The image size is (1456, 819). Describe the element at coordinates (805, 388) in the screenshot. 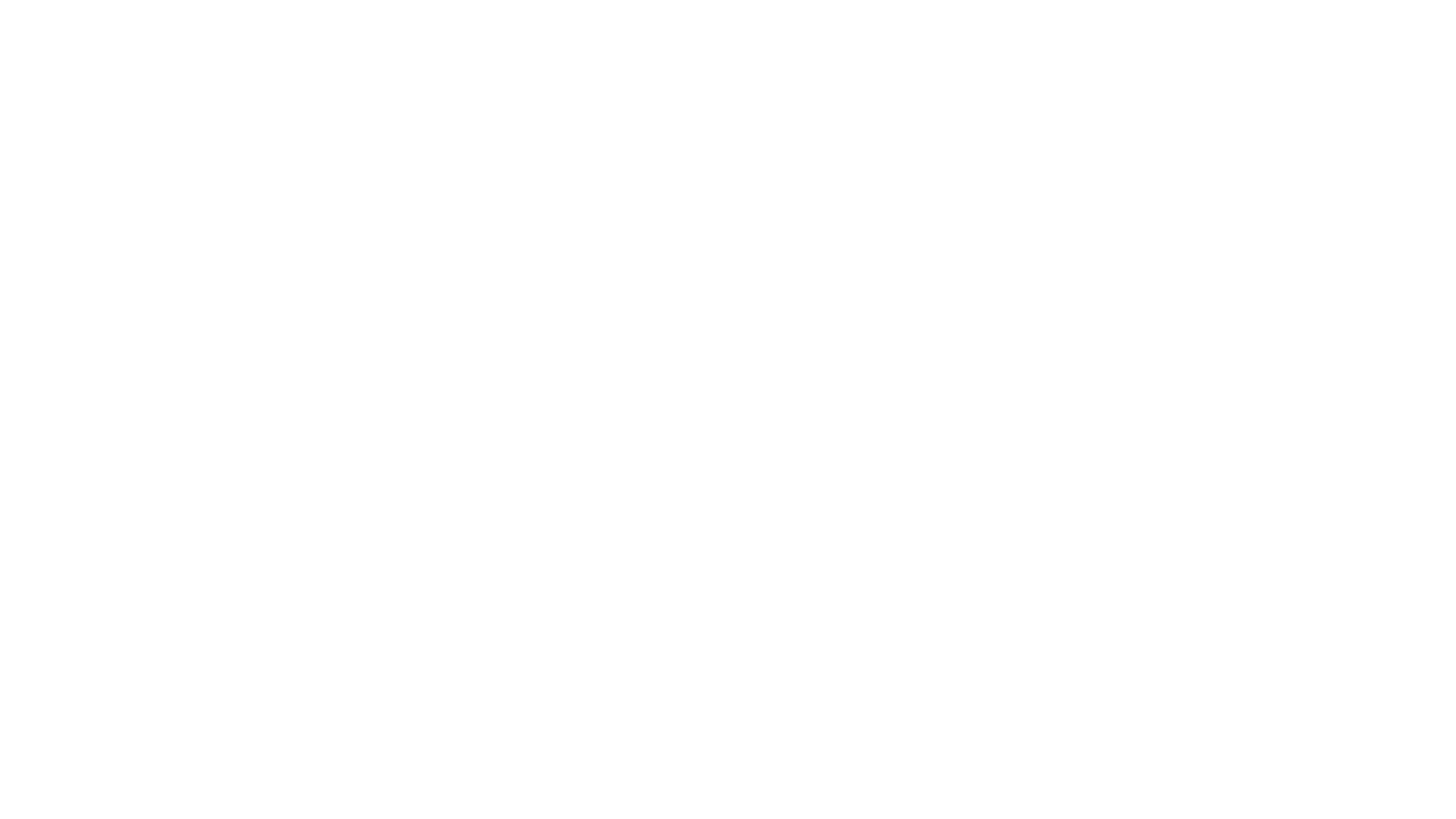

I see `July` at that location.